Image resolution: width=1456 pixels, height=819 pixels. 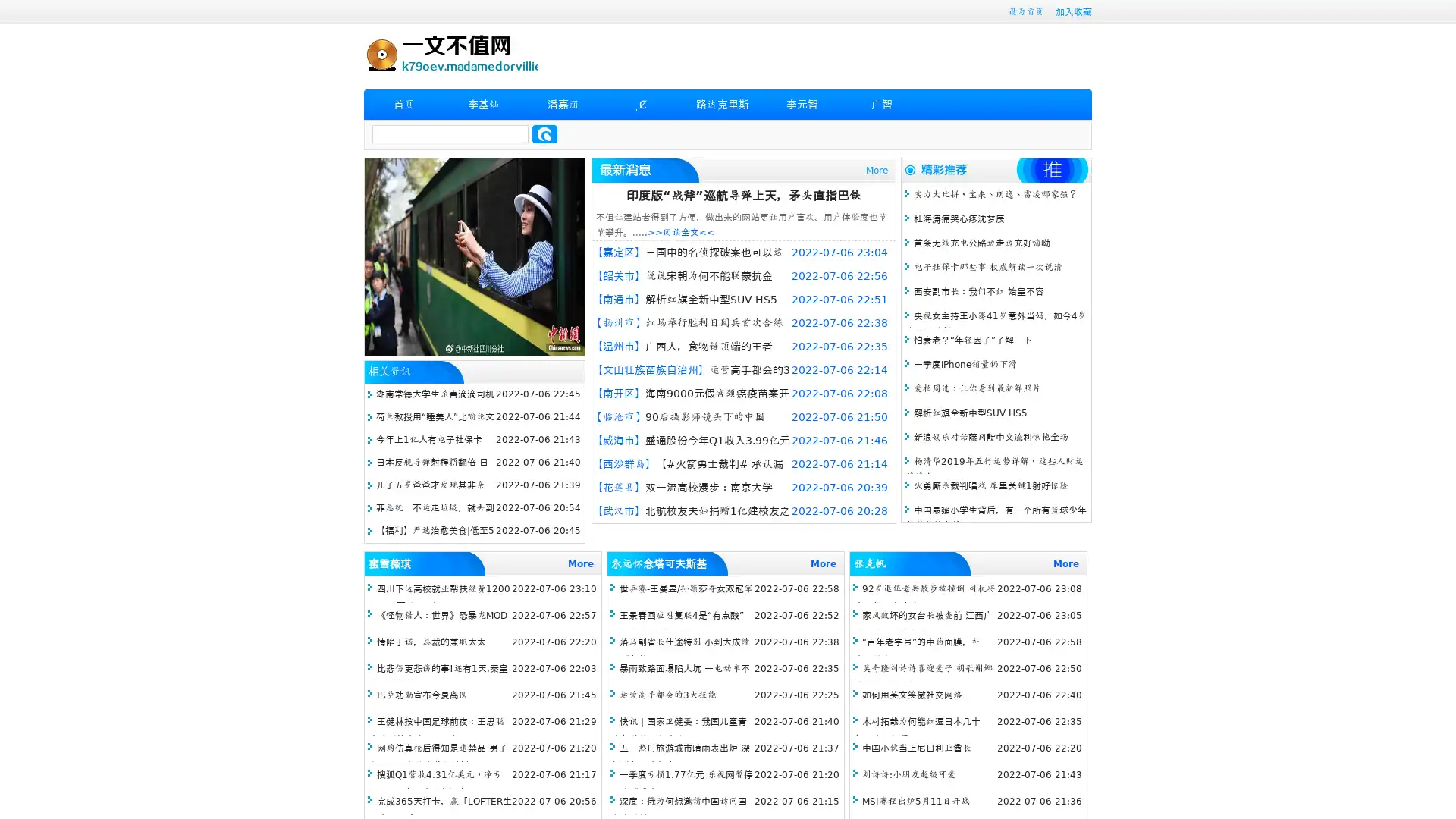 What do you see at coordinates (544, 133) in the screenshot?
I see `Search` at bounding box center [544, 133].